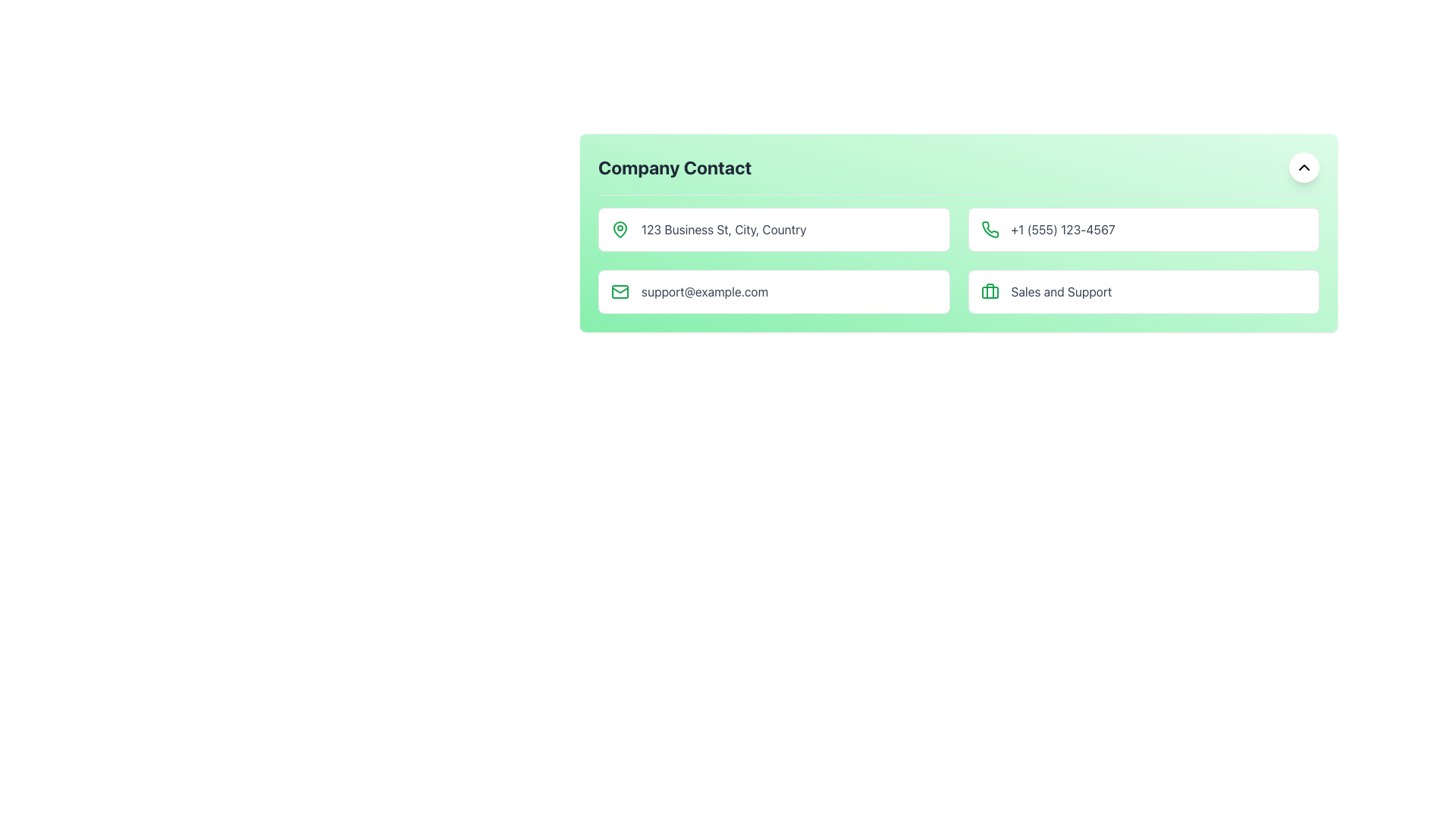 Image resolution: width=1456 pixels, height=819 pixels. Describe the element at coordinates (1060, 292) in the screenshot. I see `the descriptive label indicating a section related to sales and support, located in the bottom-right cell of a four-cell grid, to the right of a briefcase icon` at that location.